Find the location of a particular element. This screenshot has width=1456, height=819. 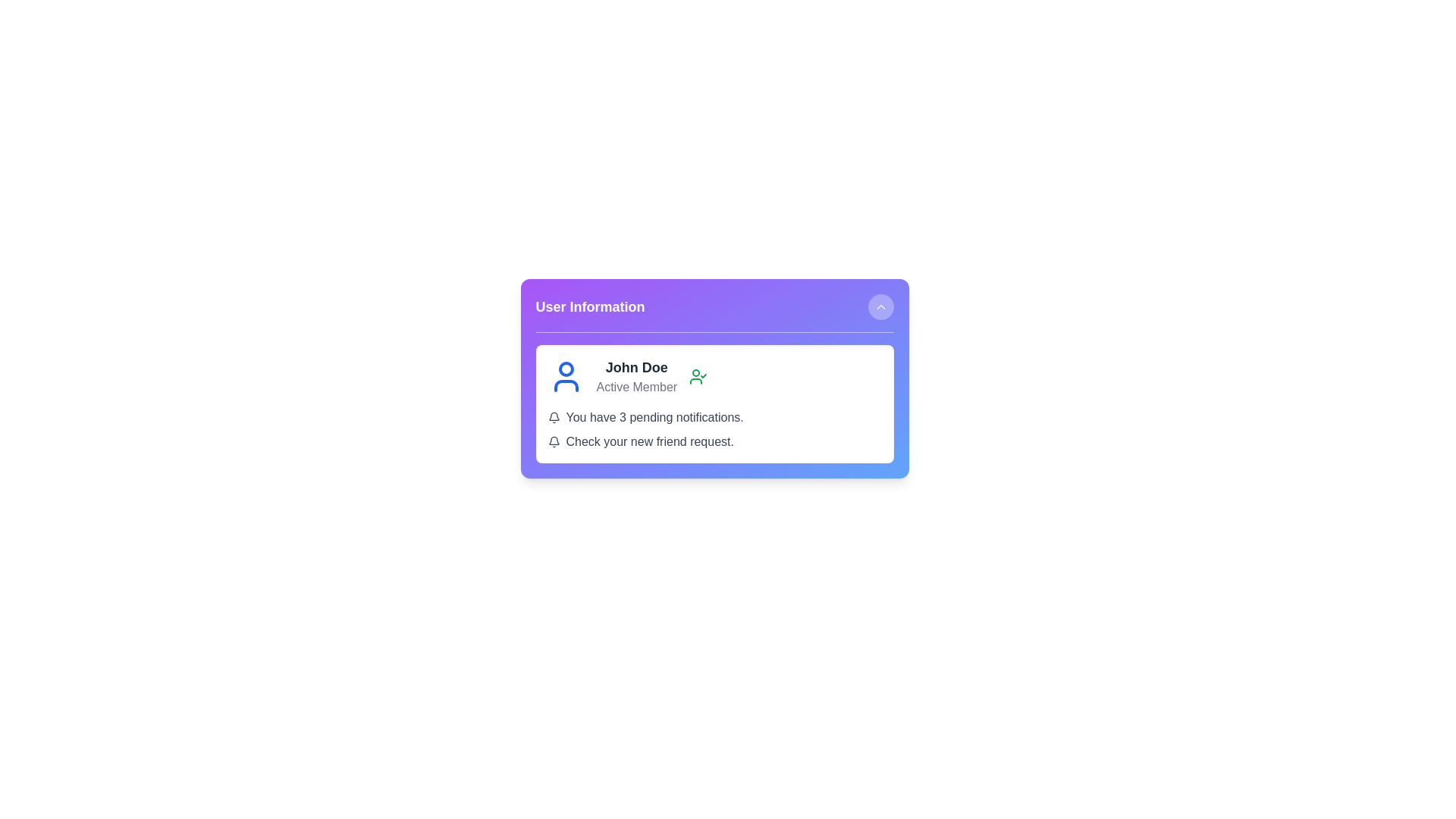

notifications displayed in the text element located below the user's name and membership status within the card is located at coordinates (714, 430).